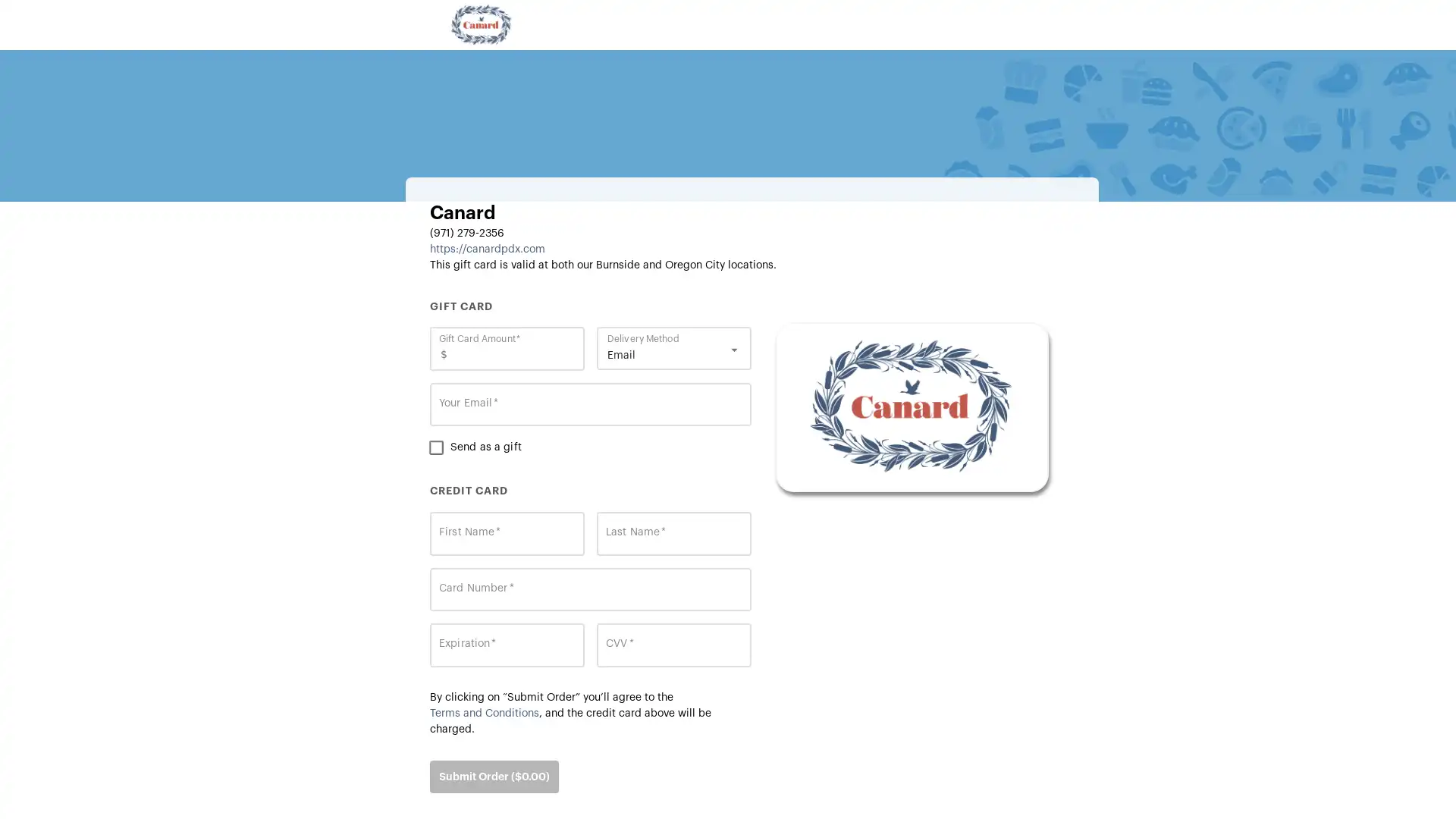  Describe the element at coordinates (494, 776) in the screenshot. I see `Submit Order ($0.00)` at that location.